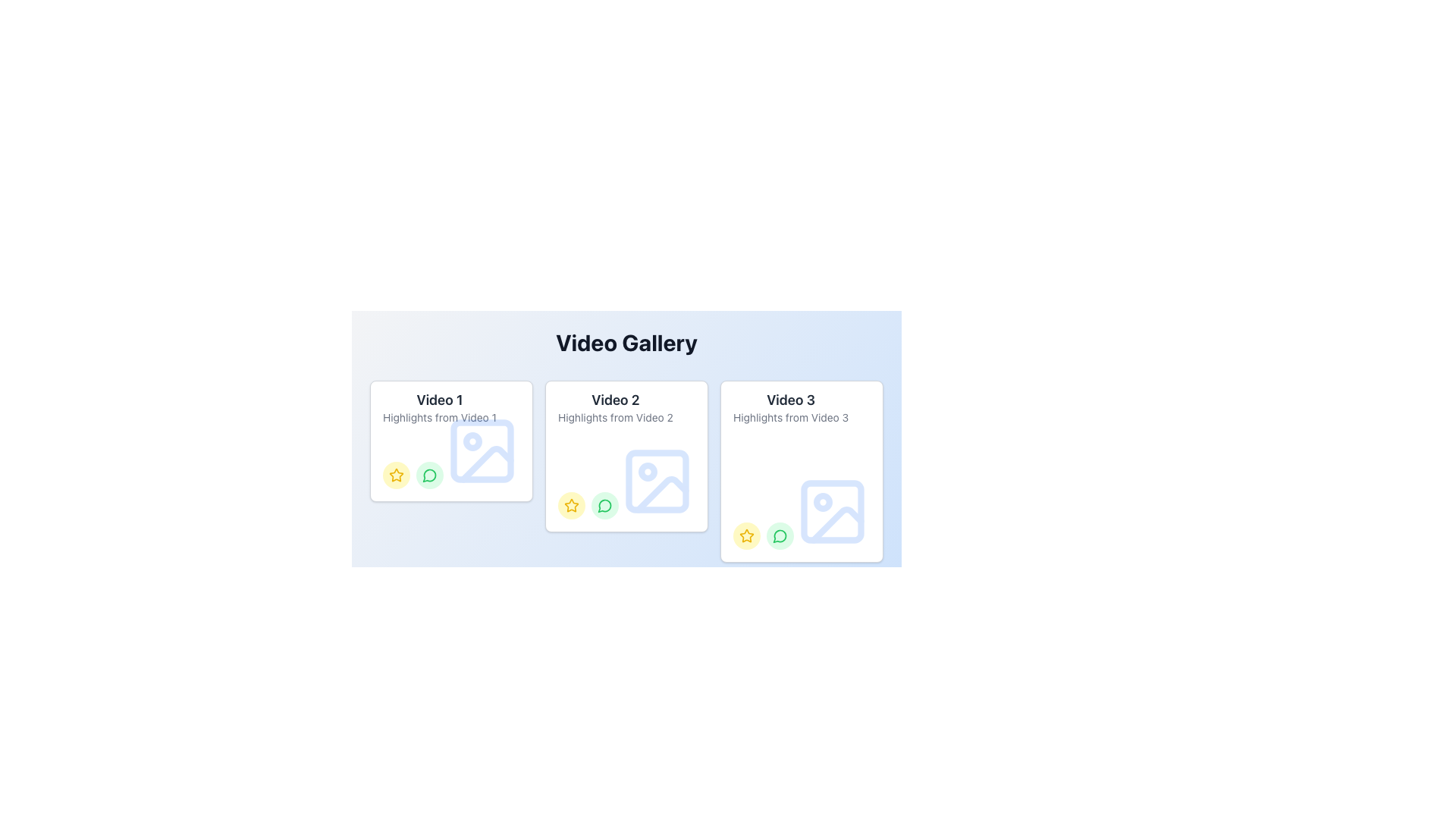 This screenshot has height=819, width=1456. What do you see at coordinates (588, 506) in the screenshot?
I see `the green chat bubble button in the Interactive Button Group located in the bottom-left corner of the 'Video 2' card to comment` at bounding box center [588, 506].